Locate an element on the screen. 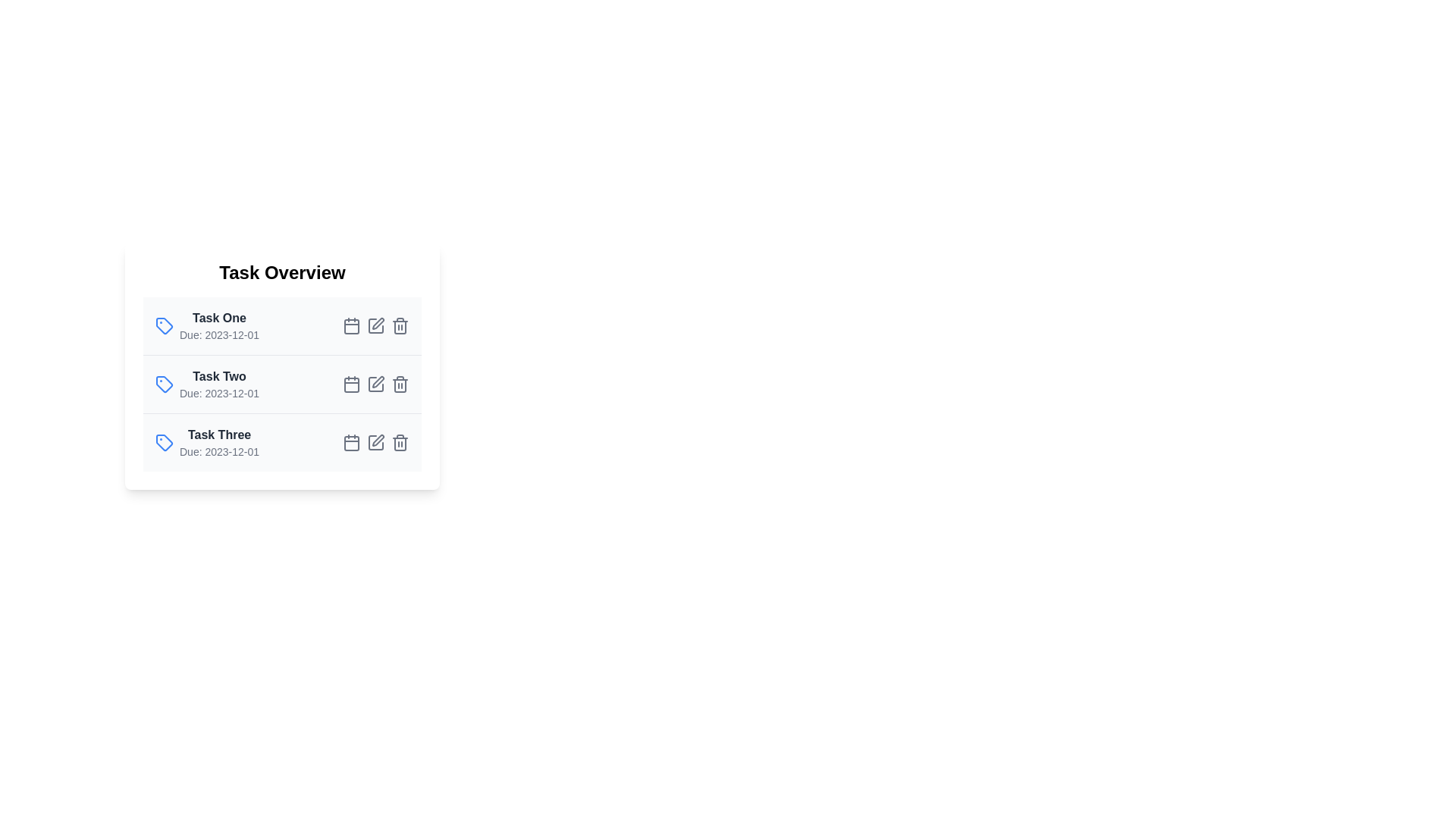  the delete icon button located in the first row of the task overview section, aligned to the right side of the row is located at coordinates (400, 325).